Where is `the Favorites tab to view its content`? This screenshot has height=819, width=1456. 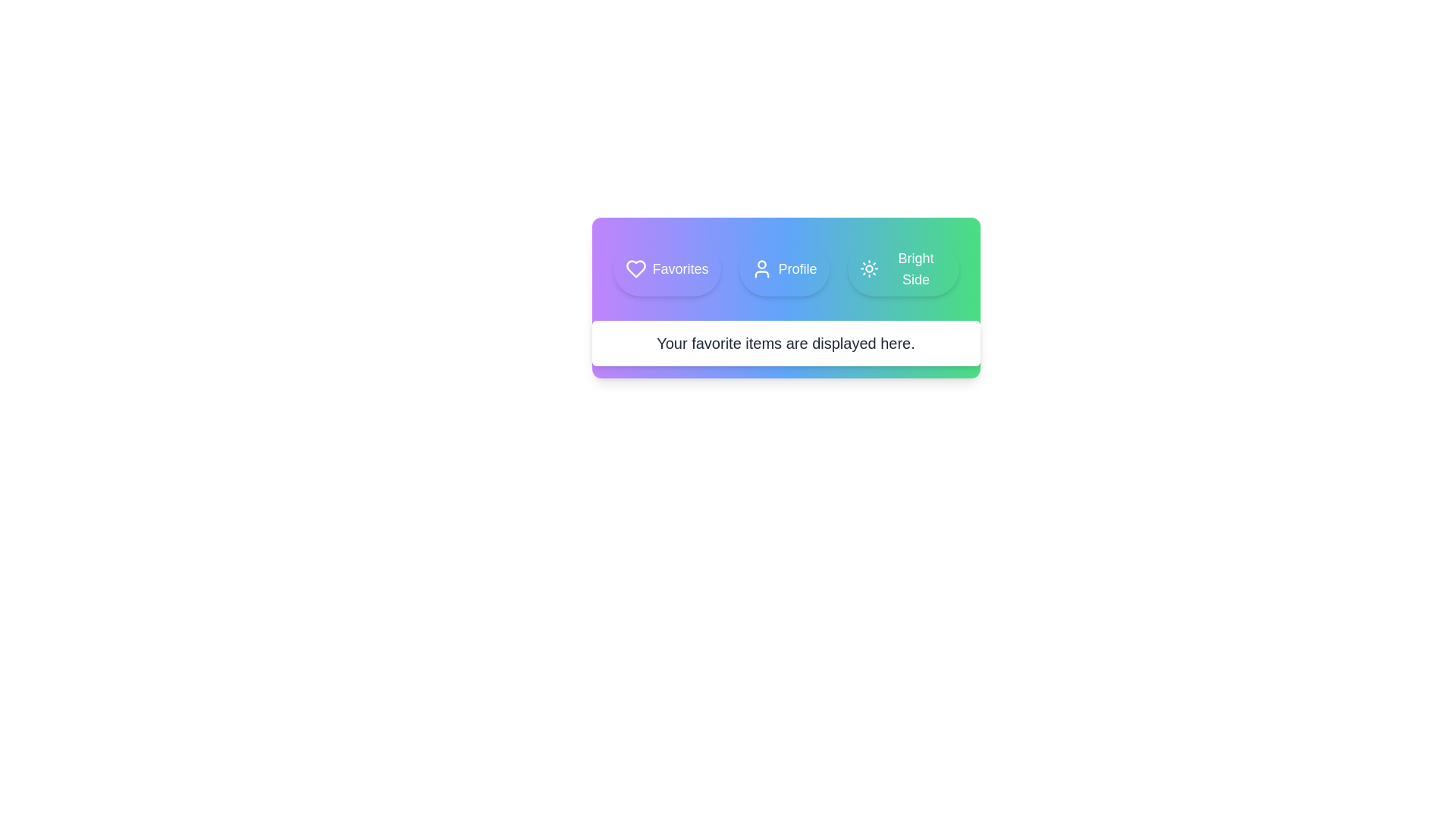
the Favorites tab to view its content is located at coordinates (667, 268).